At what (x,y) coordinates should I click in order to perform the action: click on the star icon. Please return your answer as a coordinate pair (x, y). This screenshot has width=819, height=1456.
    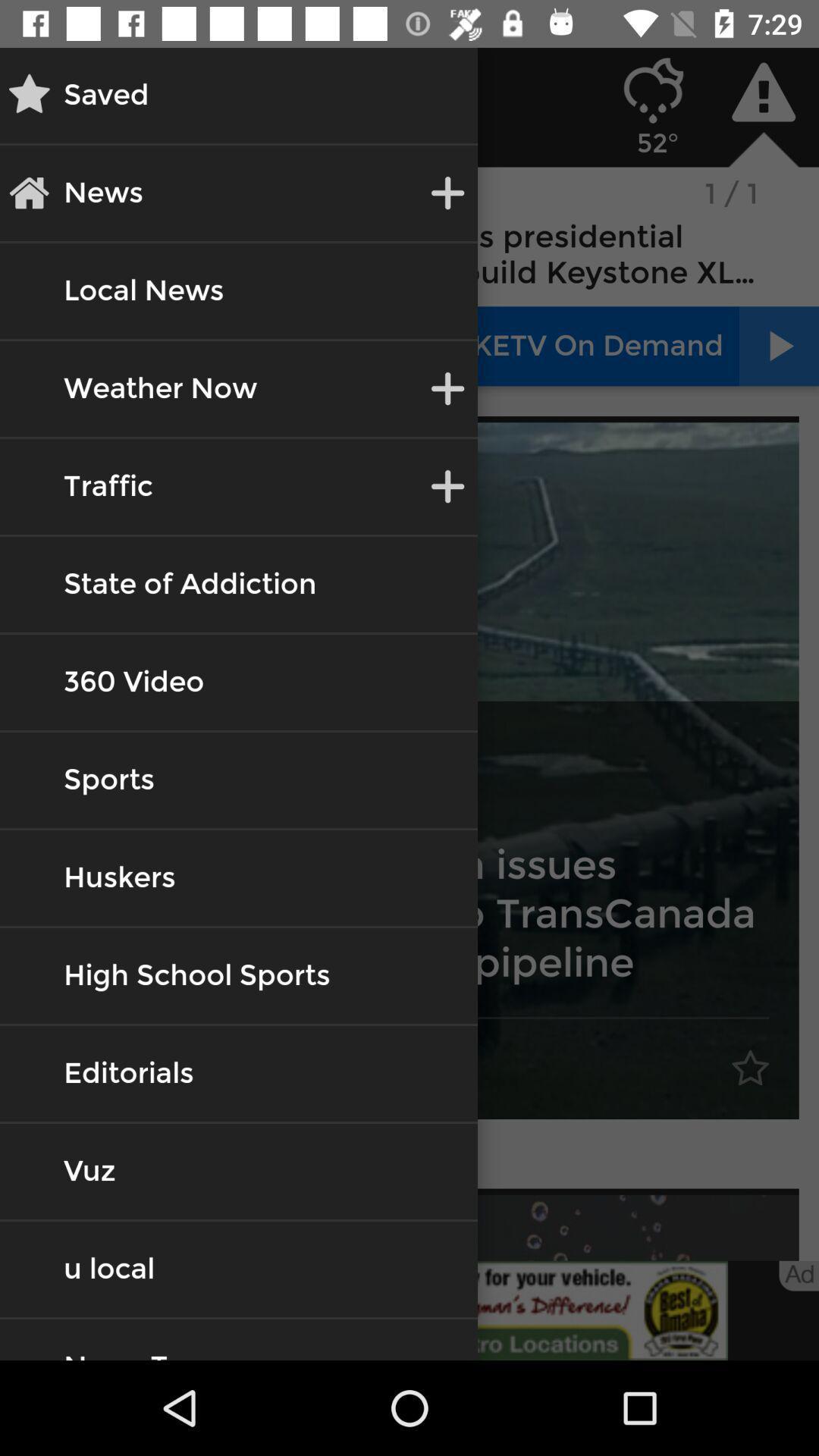
    Looking at the image, I should click on (55, 102).